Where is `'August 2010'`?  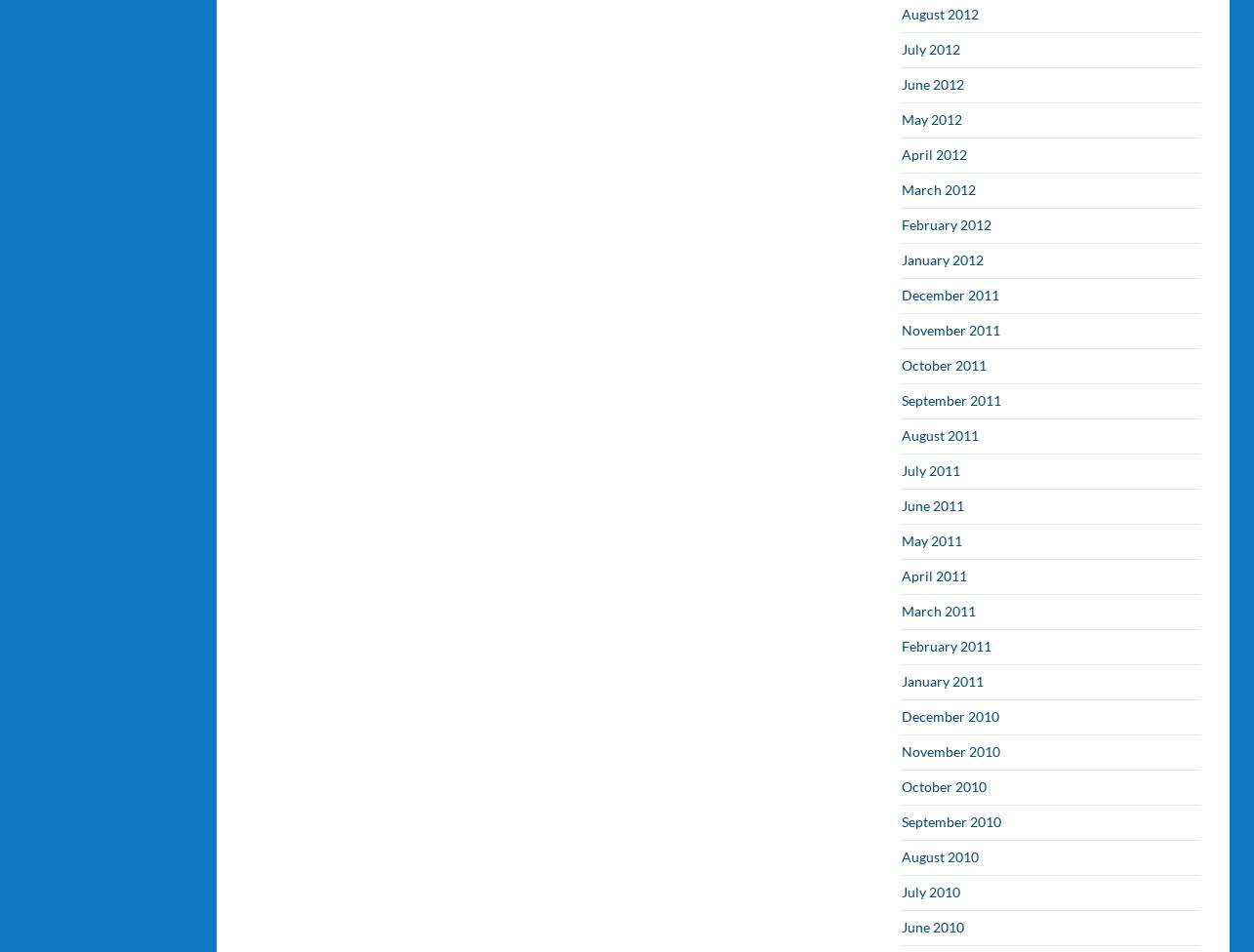 'August 2010' is located at coordinates (940, 855).